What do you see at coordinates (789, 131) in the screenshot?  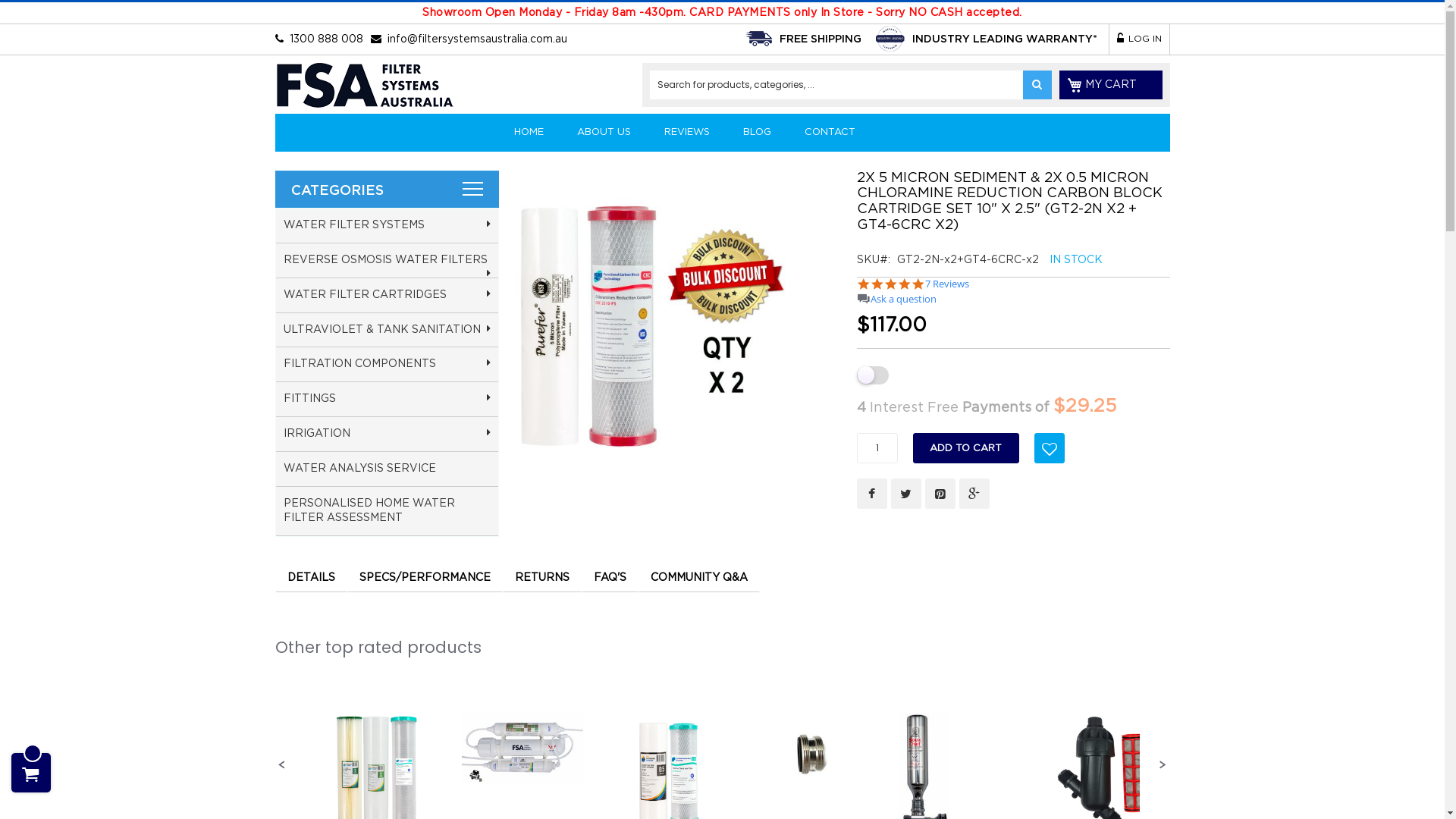 I see `'CONTACT'` at bounding box center [789, 131].